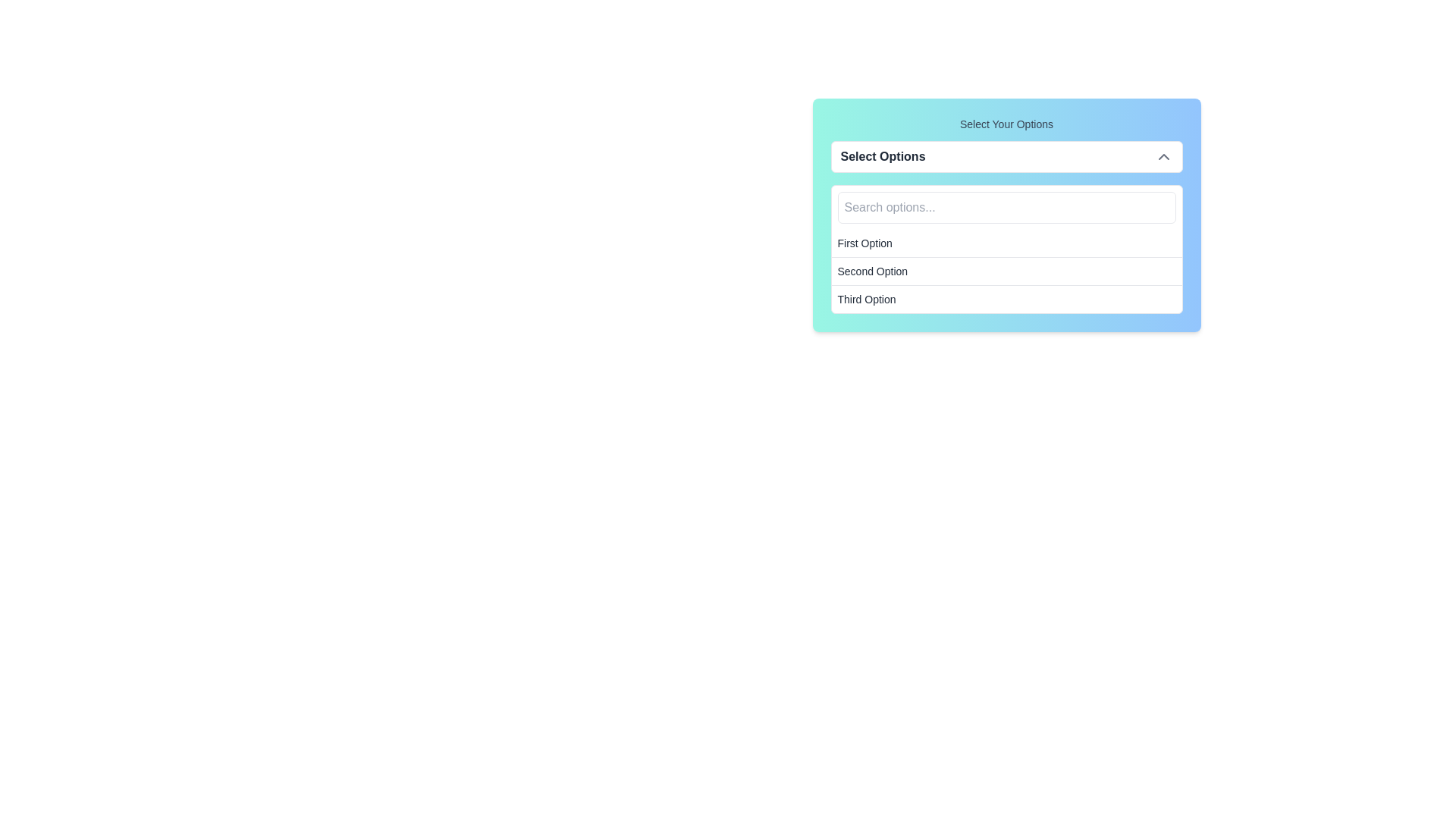 The width and height of the screenshot is (1456, 819). Describe the element at coordinates (866, 299) in the screenshot. I see `the text label reading 'Third Option'` at that location.